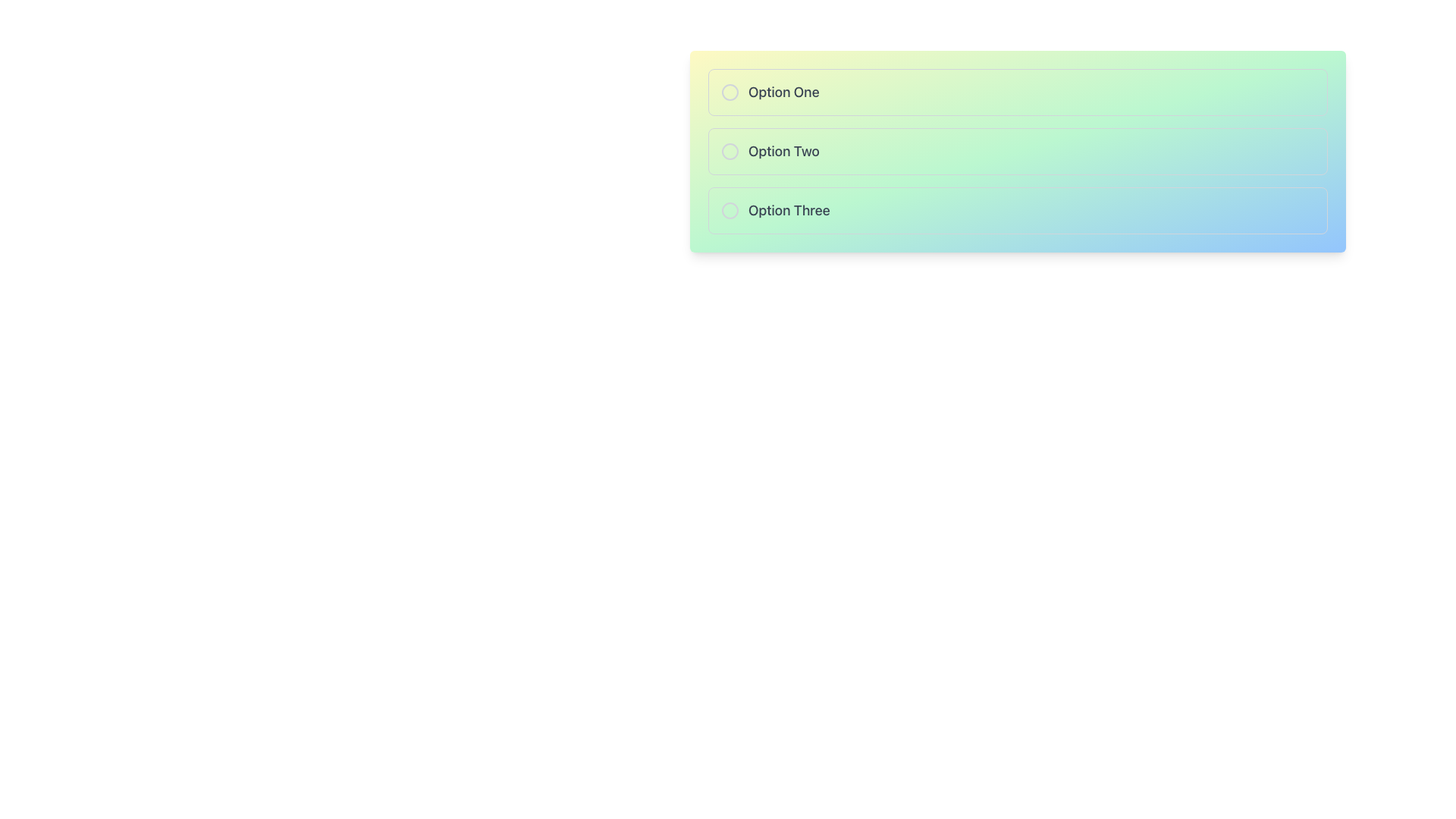 This screenshot has height=819, width=1456. What do you see at coordinates (1018, 210) in the screenshot?
I see `the button labeled 'Option Three' to observe its hover effects, which include light hover effects and a gradient background transitioning from green to blue` at bounding box center [1018, 210].